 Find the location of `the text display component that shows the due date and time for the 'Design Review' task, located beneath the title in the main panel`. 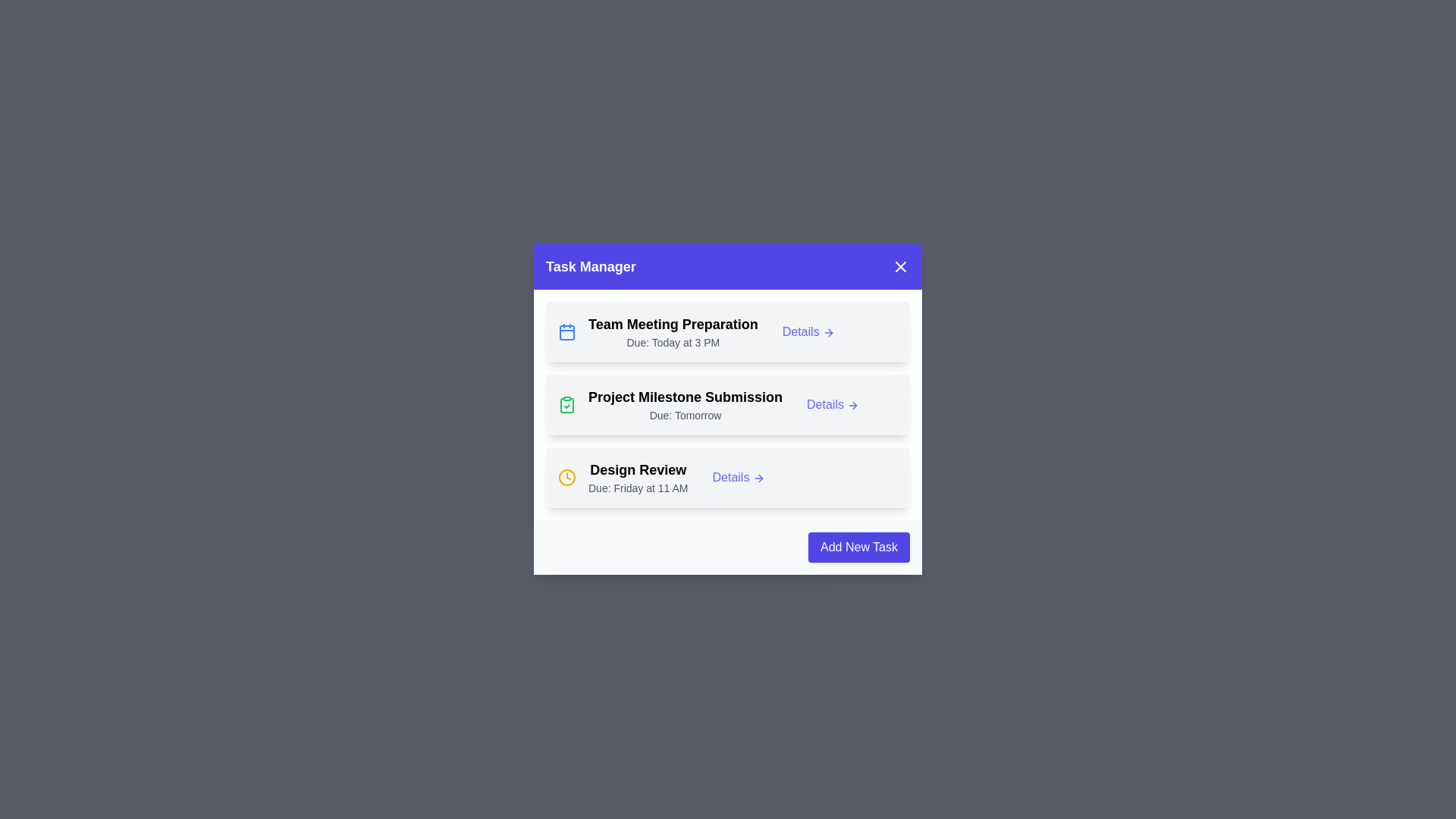

the text display component that shows the due date and time for the 'Design Review' task, located beneath the title in the main panel is located at coordinates (638, 488).